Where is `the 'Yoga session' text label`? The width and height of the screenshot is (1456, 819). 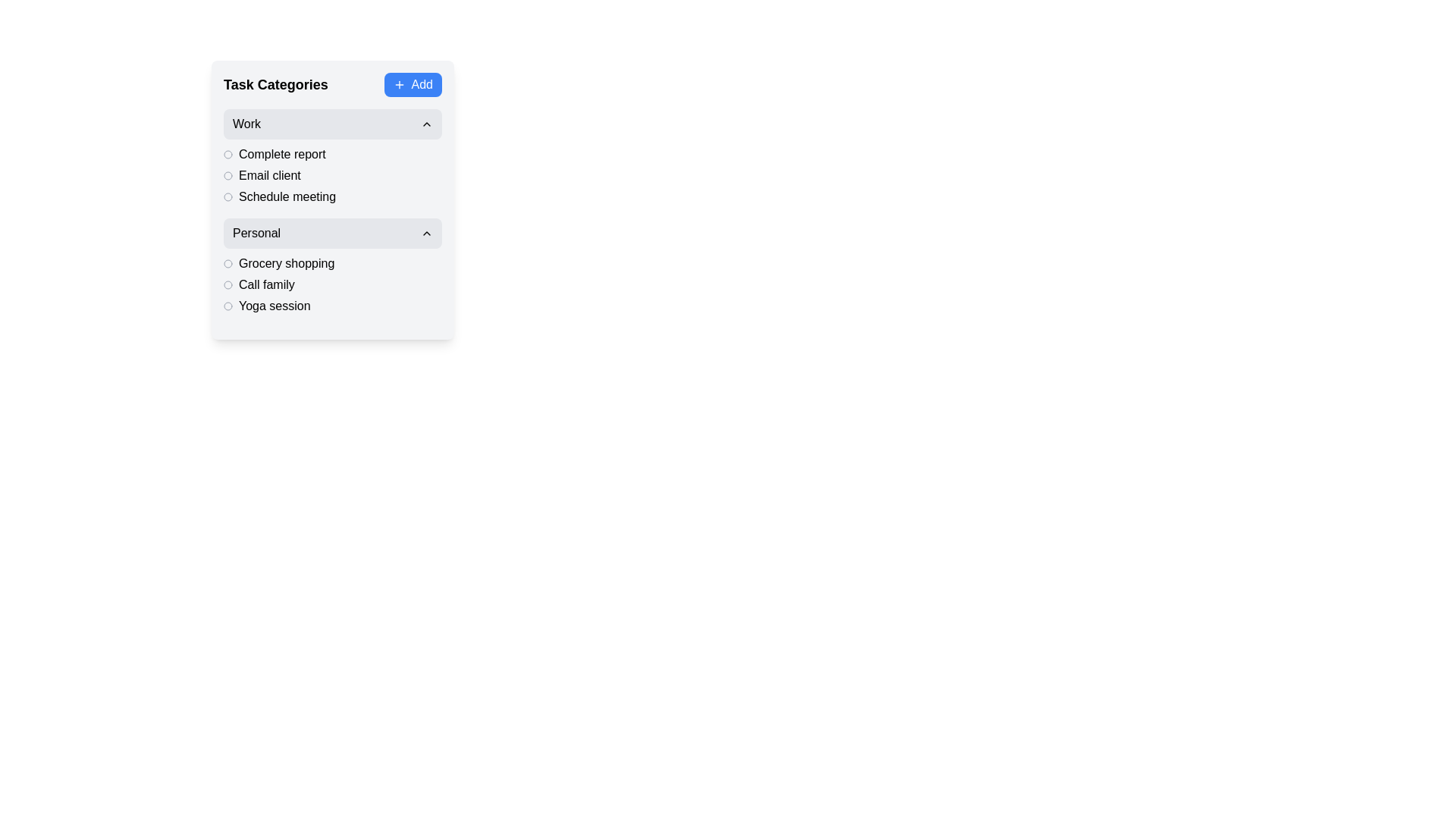
the 'Yoga session' text label is located at coordinates (275, 306).